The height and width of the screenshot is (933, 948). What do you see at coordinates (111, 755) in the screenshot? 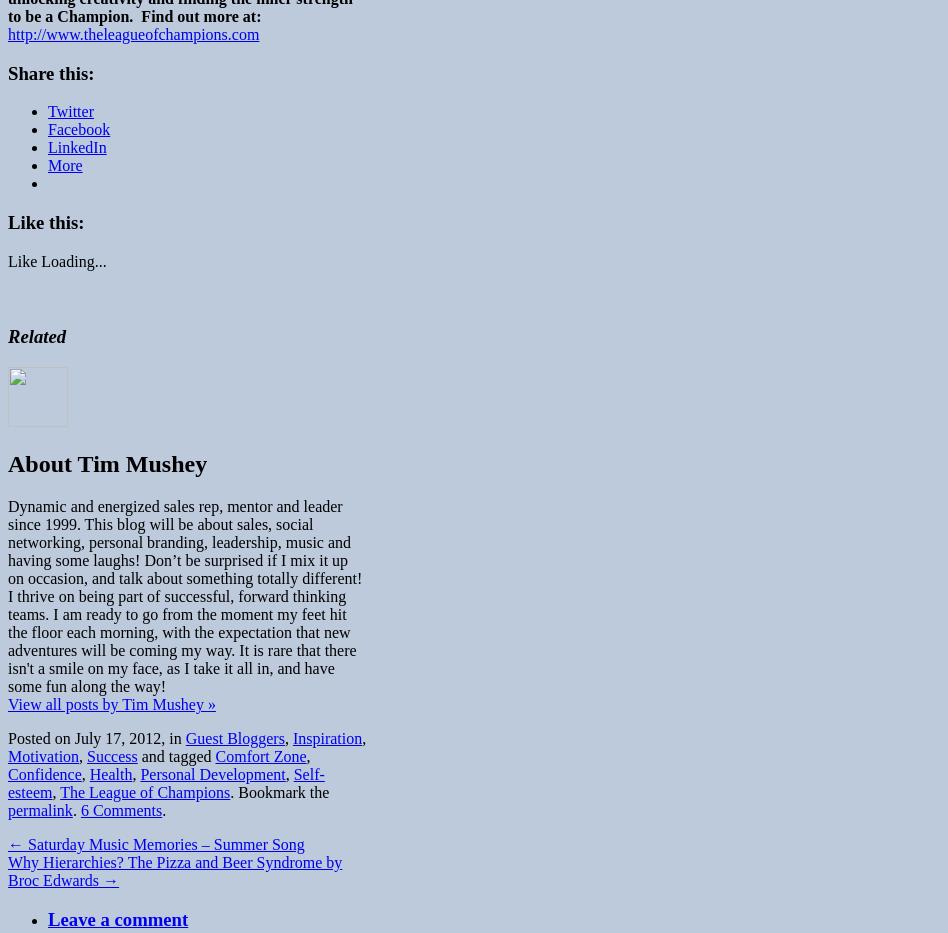
I see `'Success'` at bounding box center [111, 755].